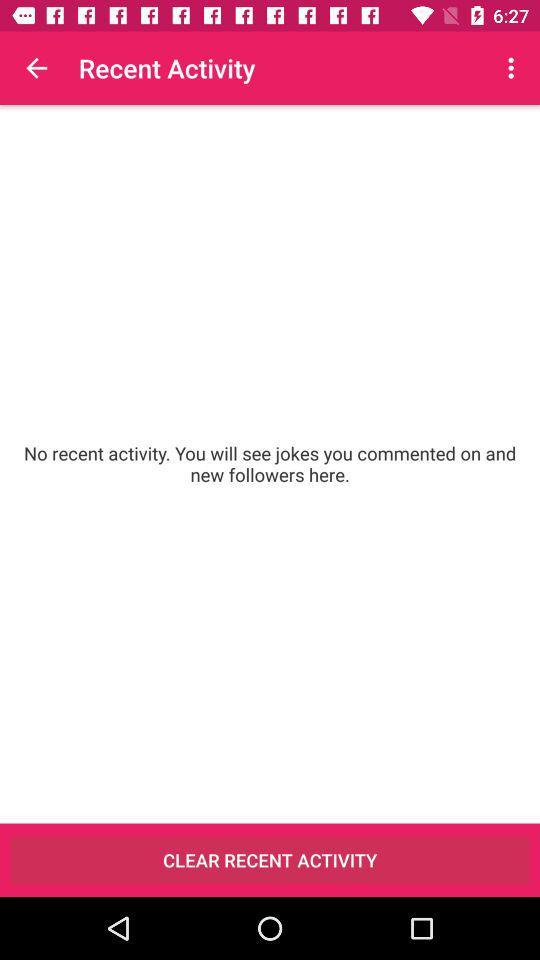  What do you see at coordinates (513, 68) in the screenshot?
I see `the icon above the no recent activity item` at bounding box center [513, 68].